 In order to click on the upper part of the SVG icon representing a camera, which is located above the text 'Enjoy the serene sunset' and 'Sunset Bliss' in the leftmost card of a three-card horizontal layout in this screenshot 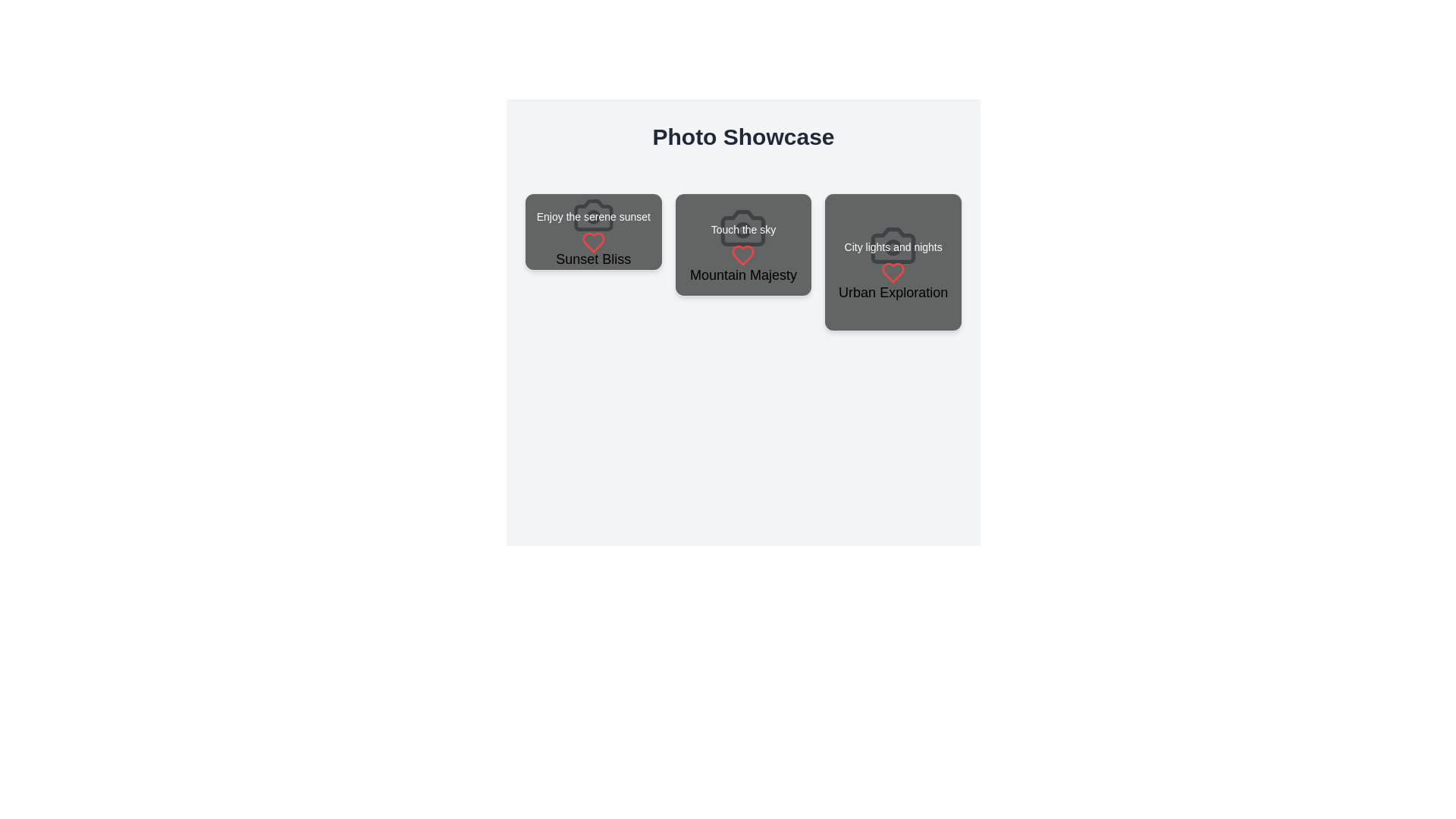, I will do `click(592, 215)`.